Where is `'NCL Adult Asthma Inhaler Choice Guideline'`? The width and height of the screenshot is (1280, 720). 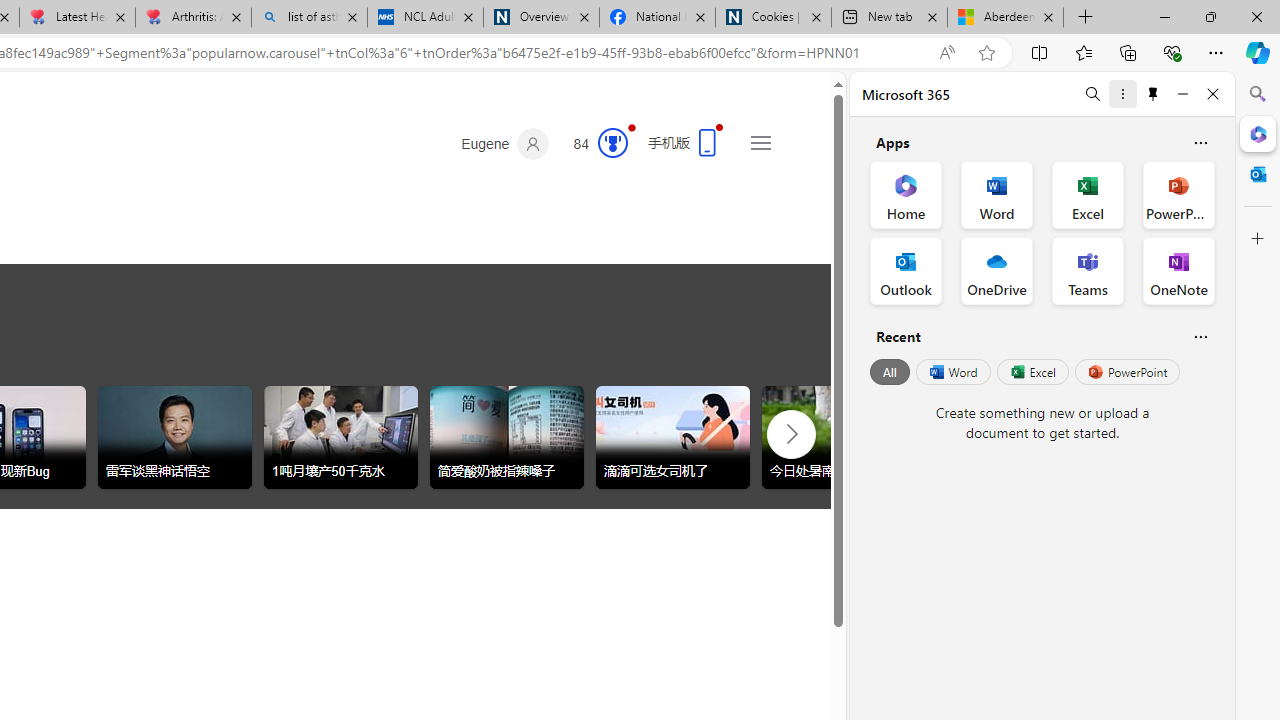
'NCL Adult Asthma Inhaler Choice Guideline' is located at coordinates (423, 17).